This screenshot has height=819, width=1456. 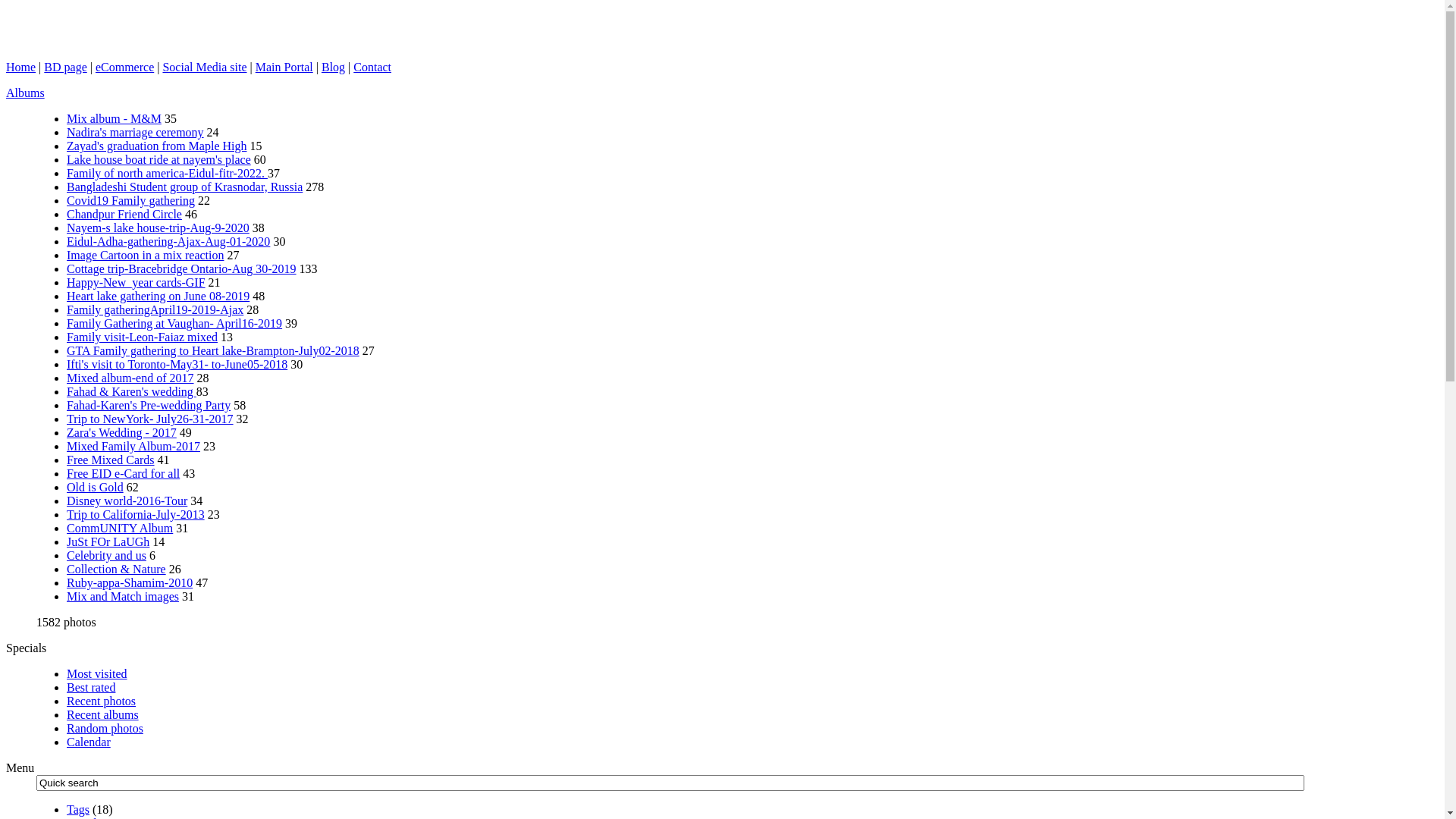 What do you see at coordinates (124, 66) in the screenshot?
I see `'eCommerce'` at bounding box center [124, 66].